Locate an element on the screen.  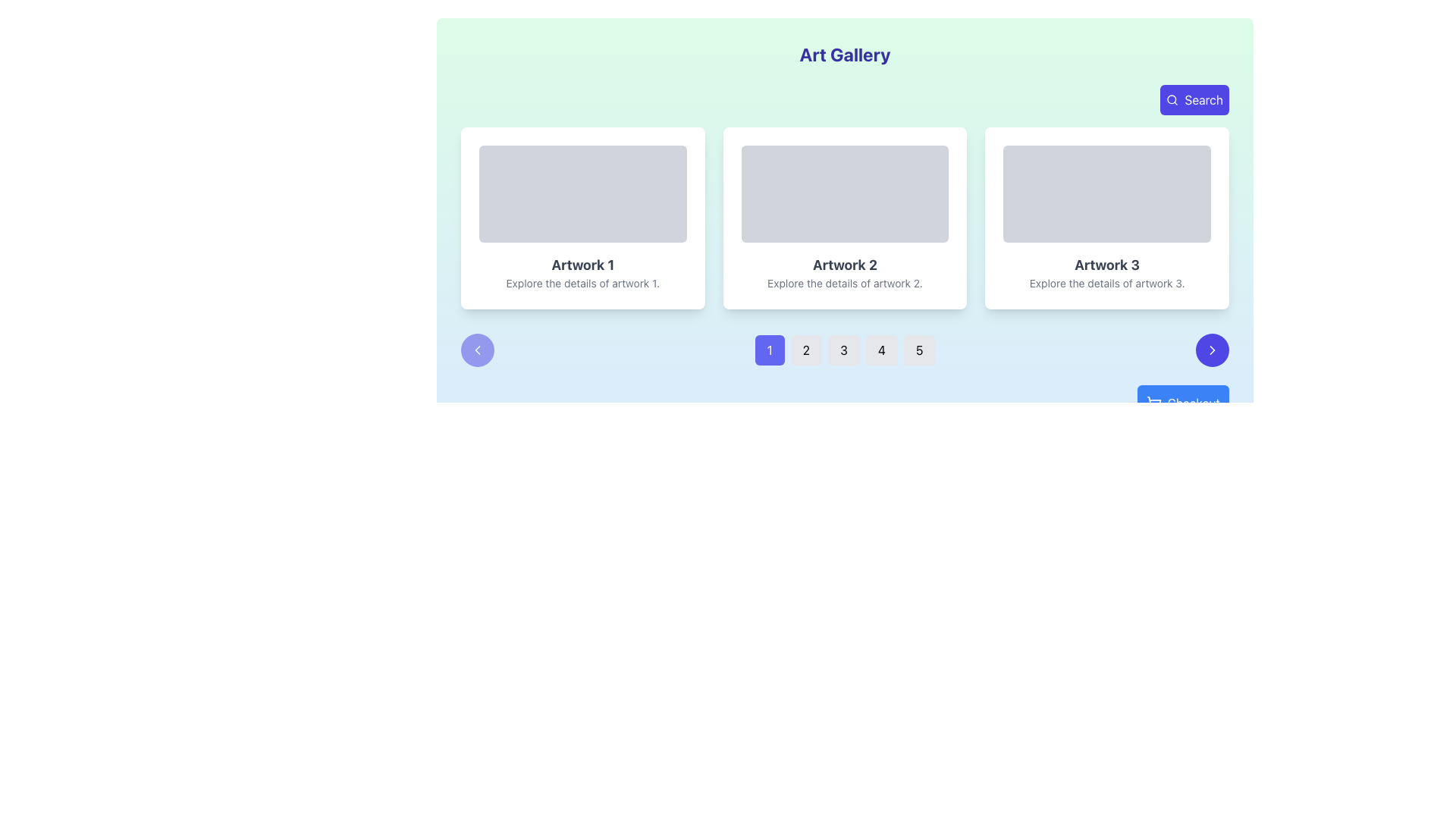
the third button in the pagination control, which is visually highlighted as the active state among its peers is located at coordinates (844, 350).